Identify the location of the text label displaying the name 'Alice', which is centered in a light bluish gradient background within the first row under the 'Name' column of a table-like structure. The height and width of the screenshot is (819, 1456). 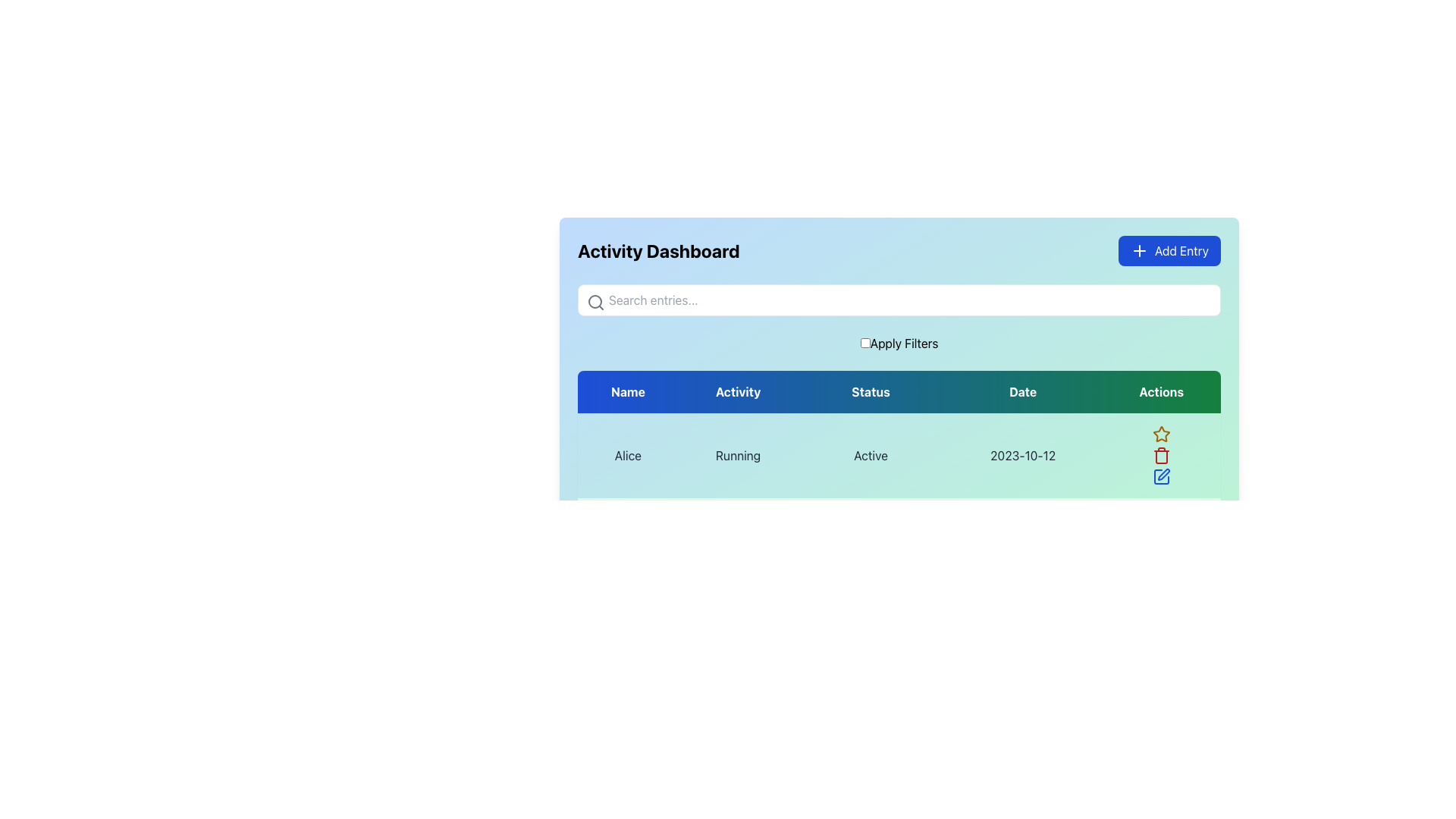
(628, 455).